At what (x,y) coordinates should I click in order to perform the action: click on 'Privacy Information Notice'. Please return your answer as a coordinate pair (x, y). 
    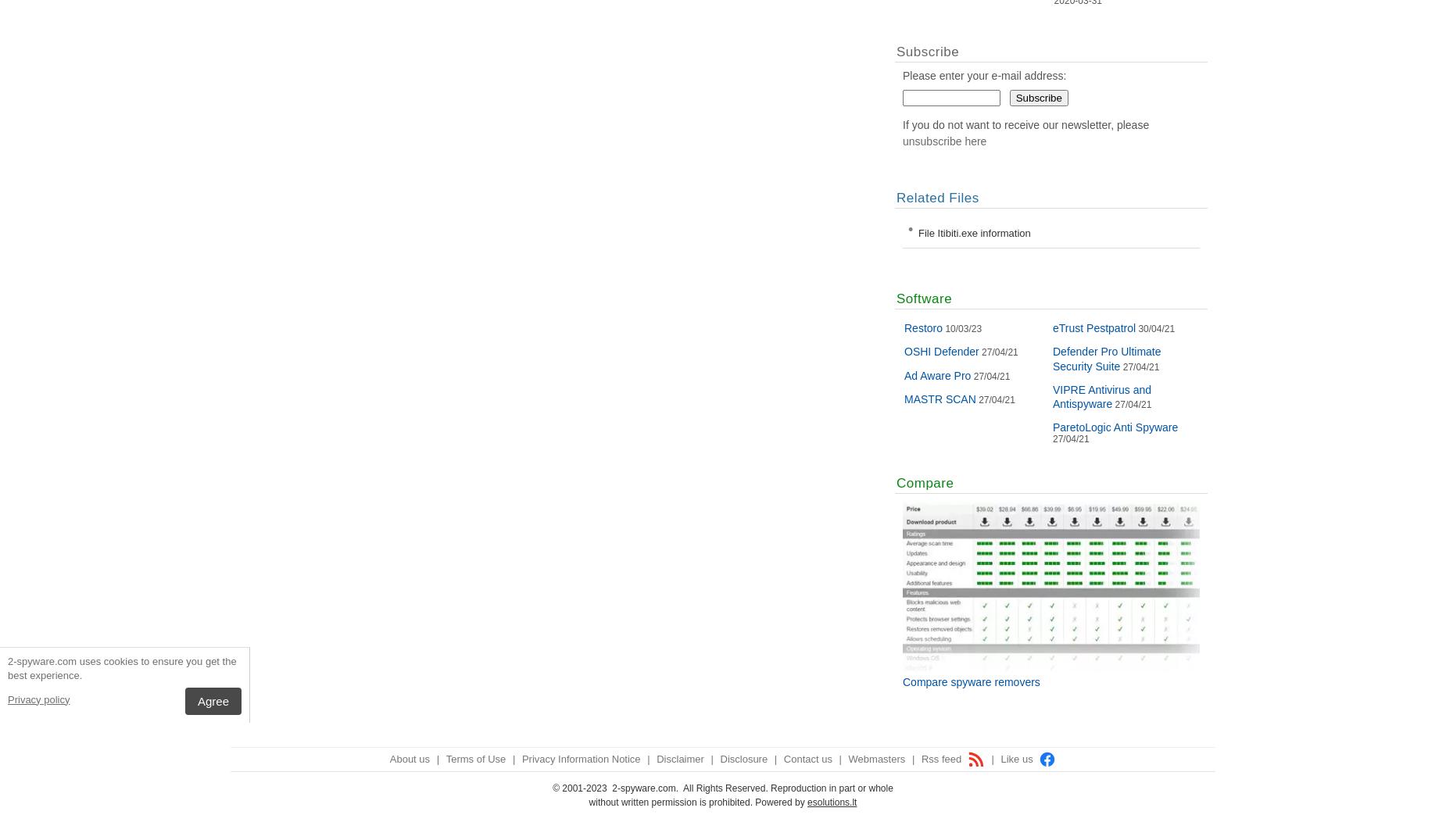
    Looking at the image, I should click on (521, 758).